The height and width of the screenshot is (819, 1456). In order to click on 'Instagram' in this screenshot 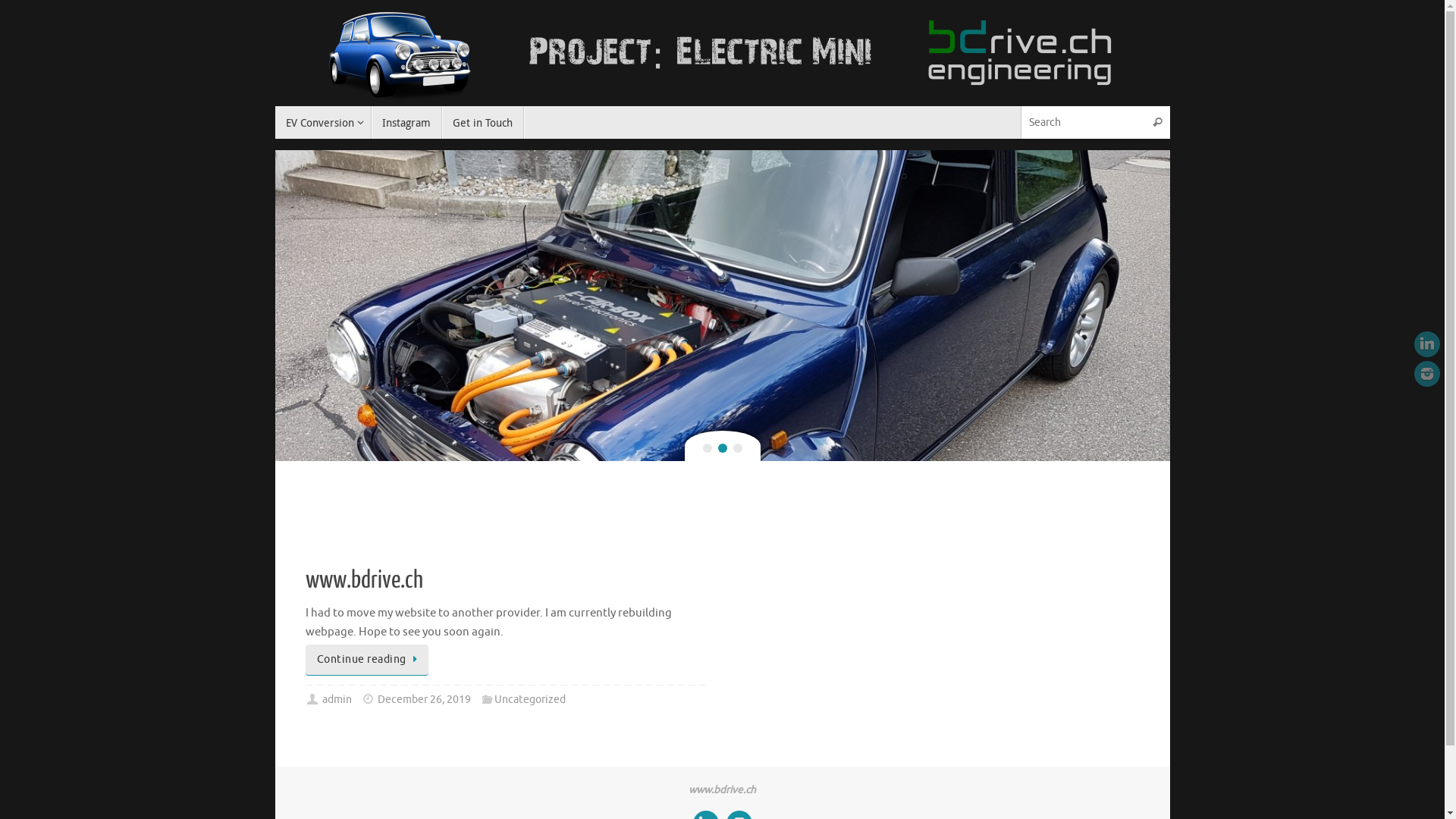, I will do `click(1426, 374)`.